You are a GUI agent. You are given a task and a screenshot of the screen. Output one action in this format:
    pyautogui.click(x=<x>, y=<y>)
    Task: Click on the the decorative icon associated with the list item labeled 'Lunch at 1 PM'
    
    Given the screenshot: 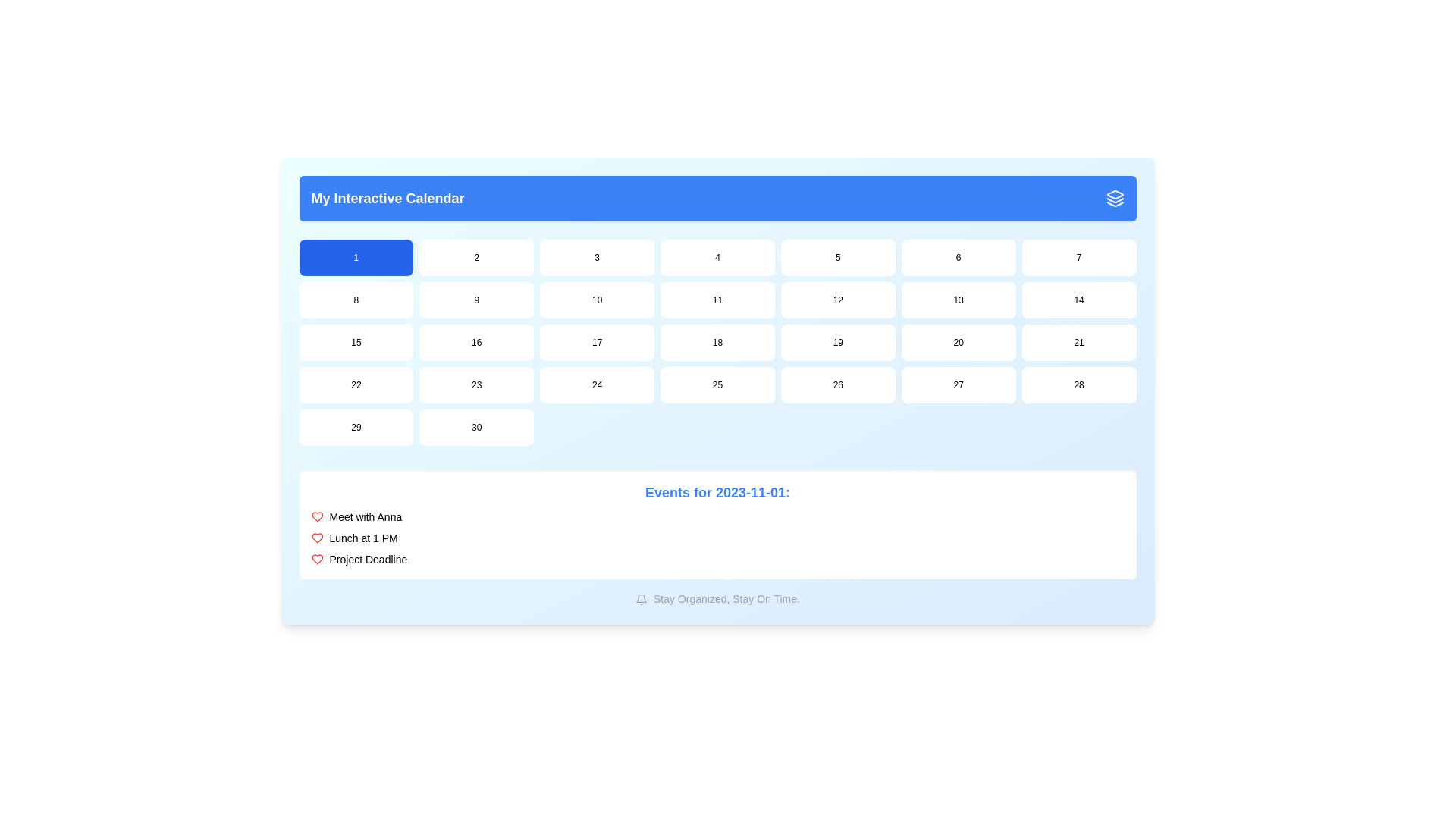 What is the action you would take?
    pyautogui.click(x=316, y=537)
    